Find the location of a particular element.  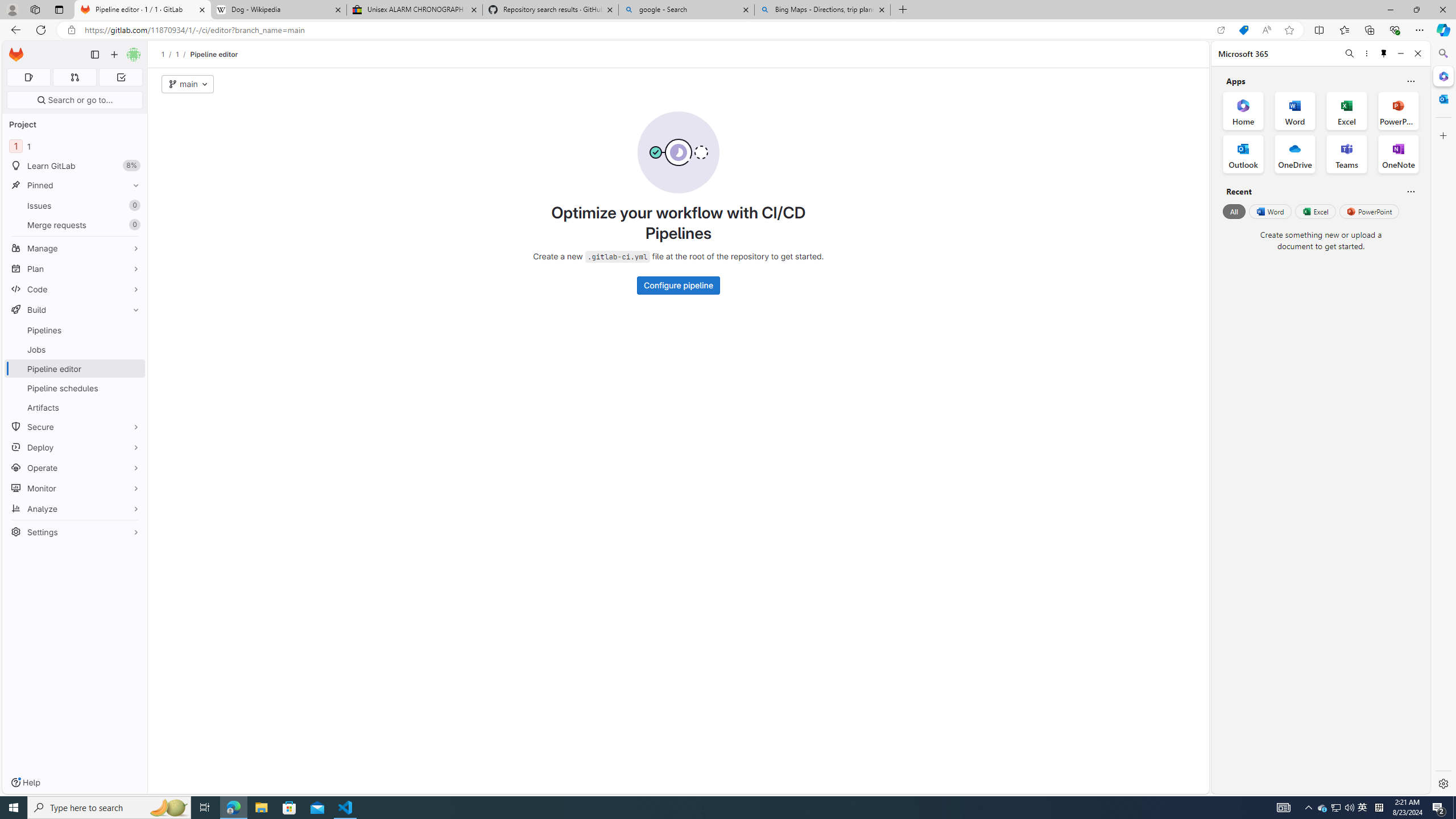

'Configure pipeline' is located at coordinates (679, 285).